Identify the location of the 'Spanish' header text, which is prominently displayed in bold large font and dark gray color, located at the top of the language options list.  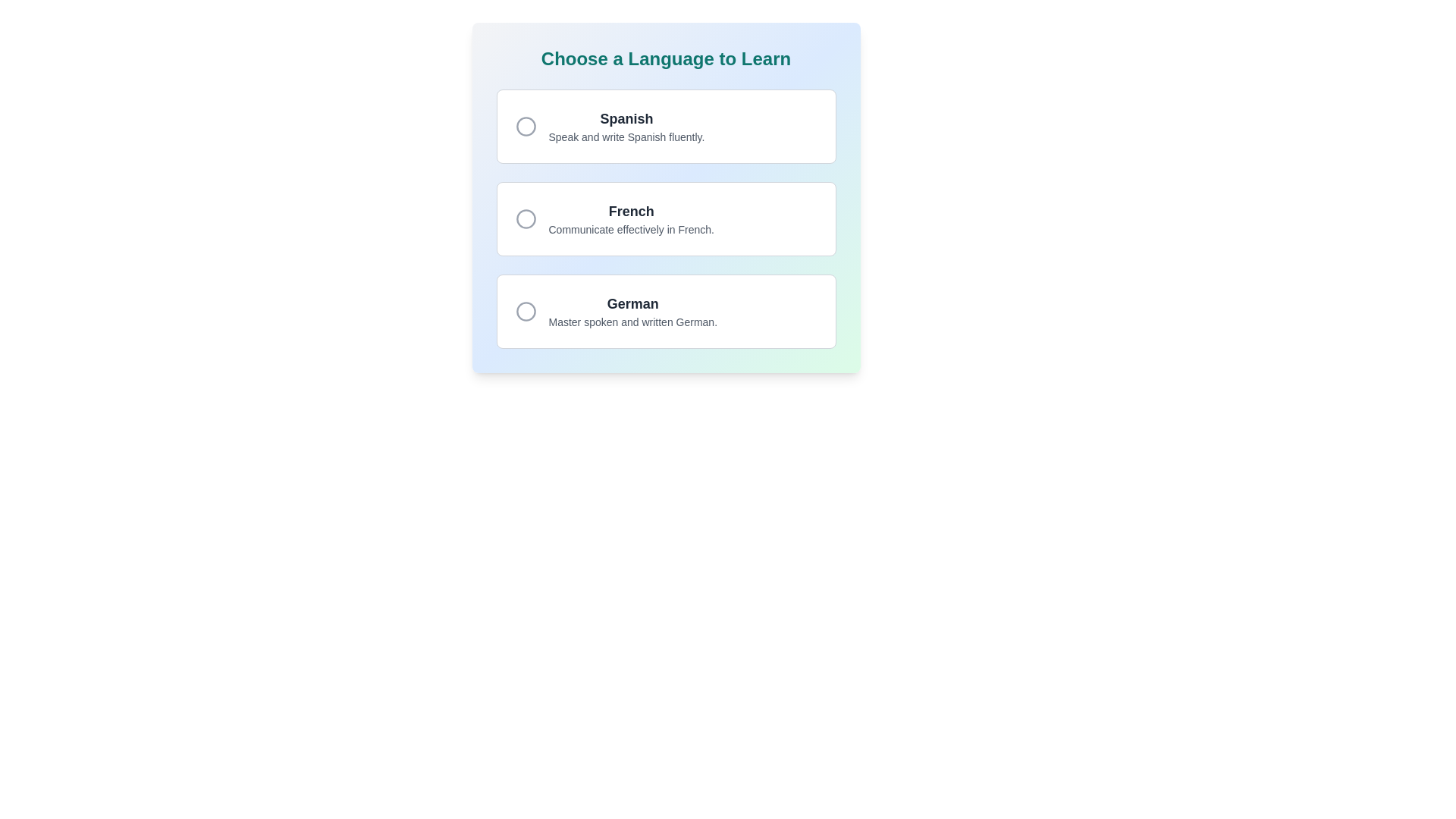
(626, 118).